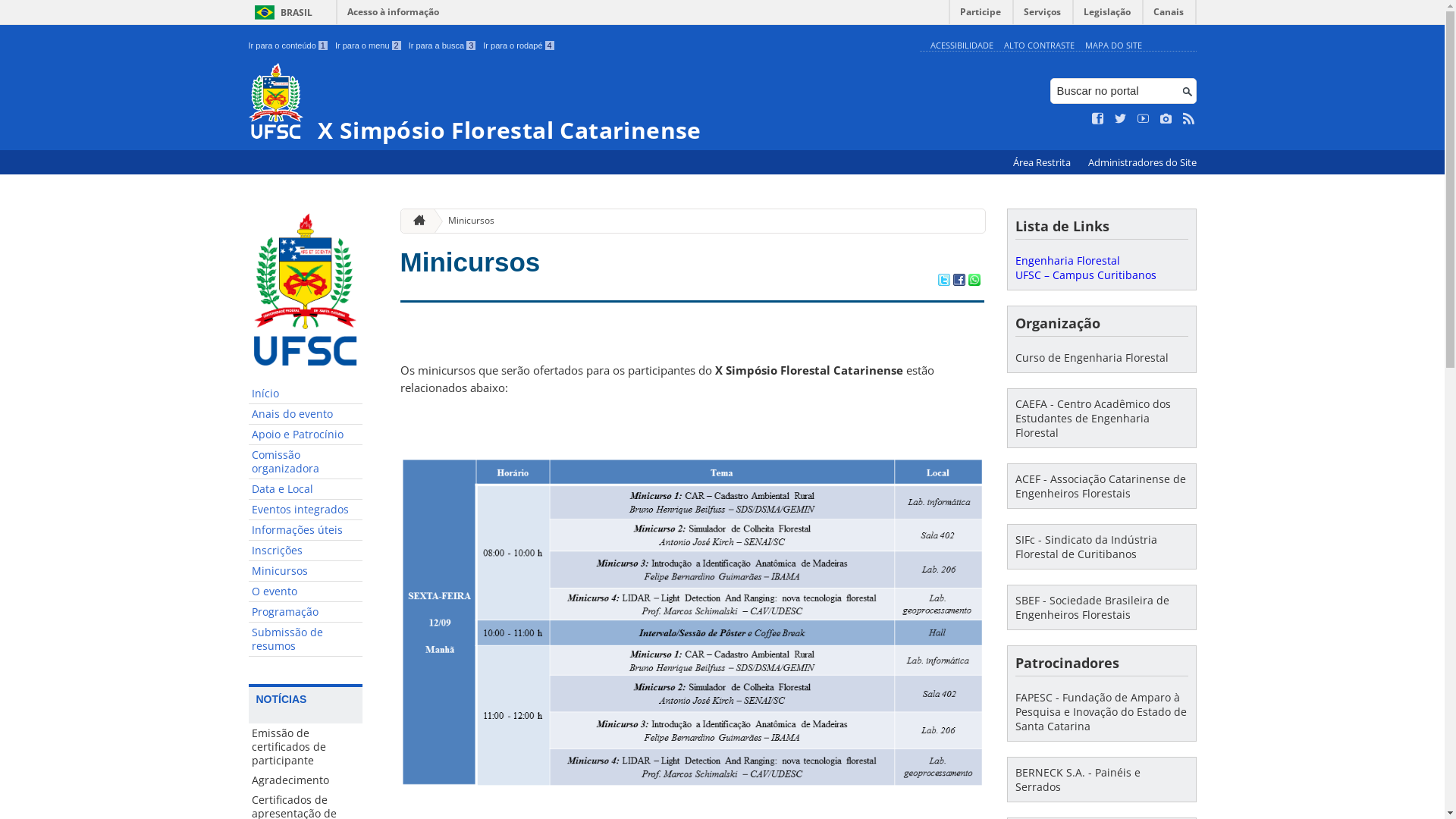 This screenshot has height=819, width=1456. I want to click on 'Anais do evento', so click(305, 414).